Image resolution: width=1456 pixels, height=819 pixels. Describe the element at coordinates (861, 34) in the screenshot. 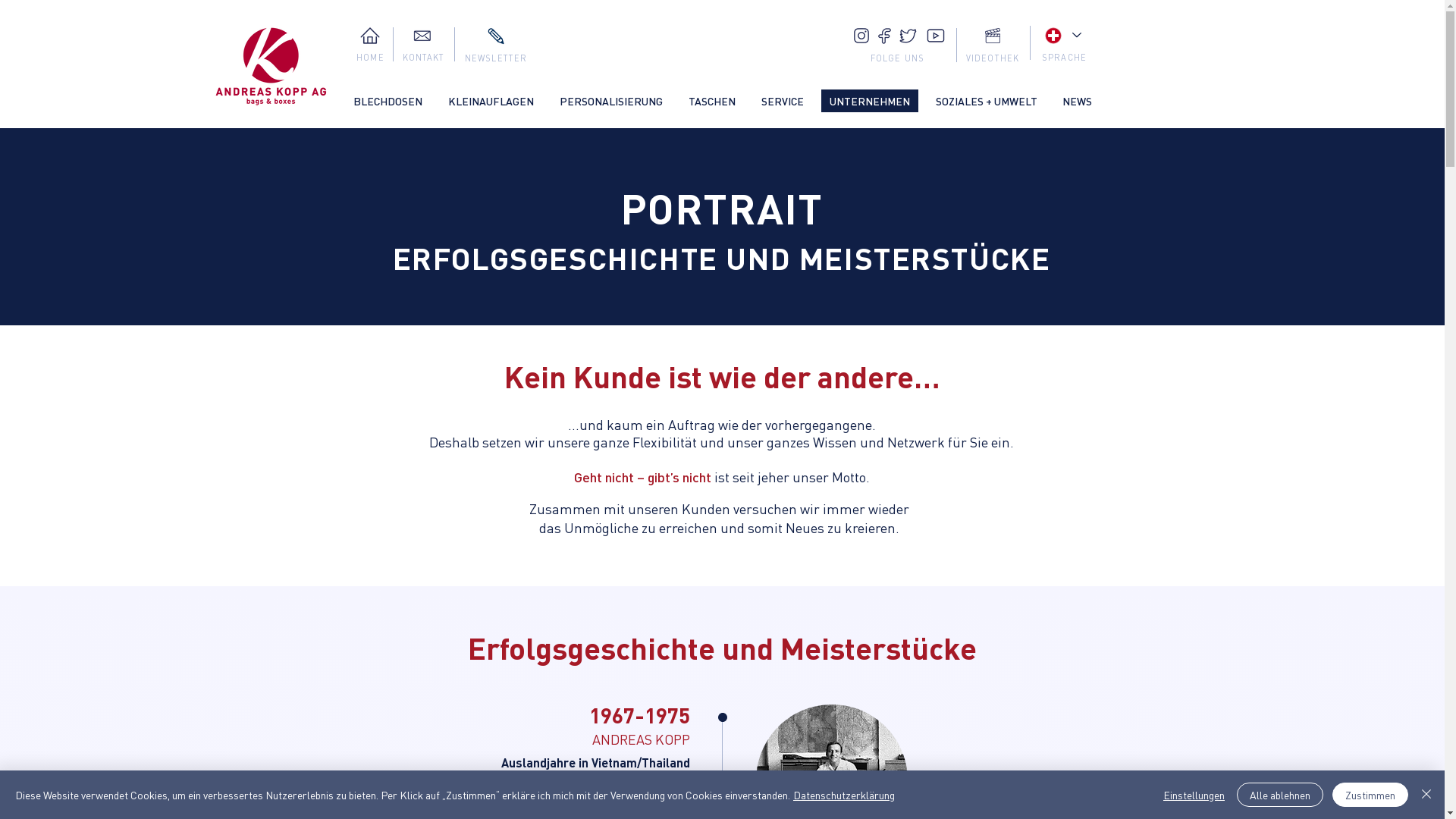

I see `'Instagram '` at that location.